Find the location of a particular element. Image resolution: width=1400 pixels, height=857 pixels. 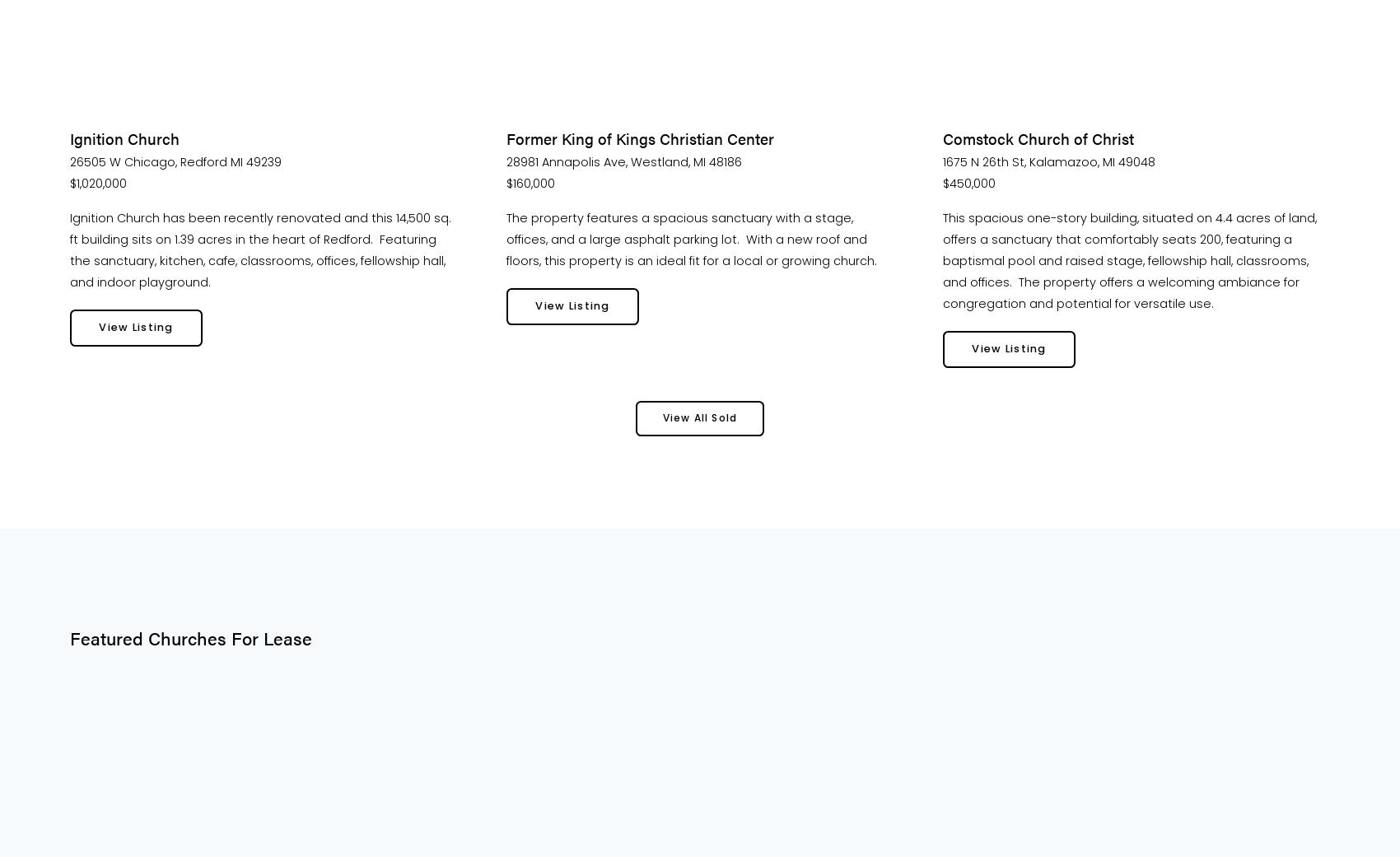

'$450,000' is located at coordinates (968, 182).